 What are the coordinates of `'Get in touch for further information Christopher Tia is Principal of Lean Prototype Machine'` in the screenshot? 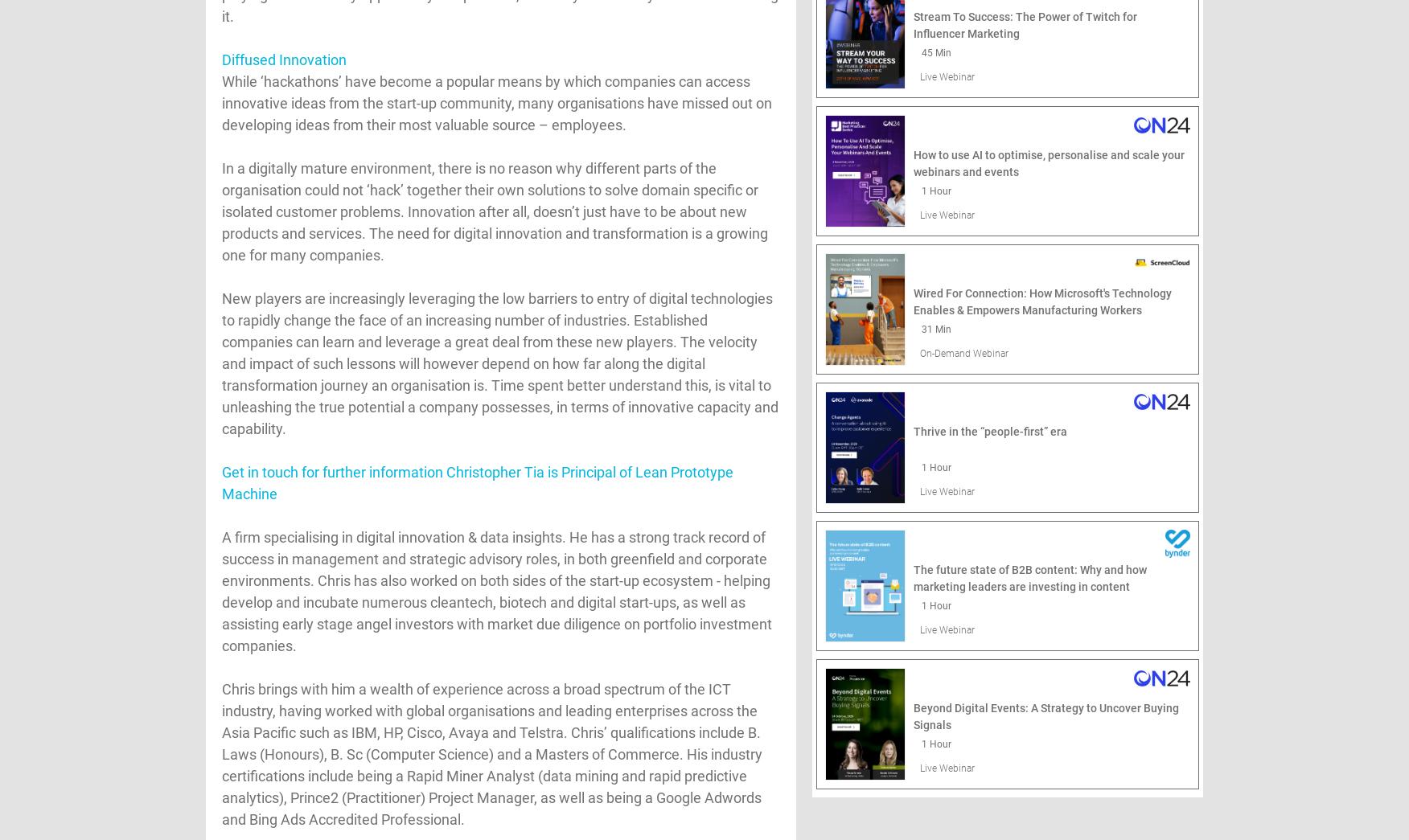 It's located at (477, 481).